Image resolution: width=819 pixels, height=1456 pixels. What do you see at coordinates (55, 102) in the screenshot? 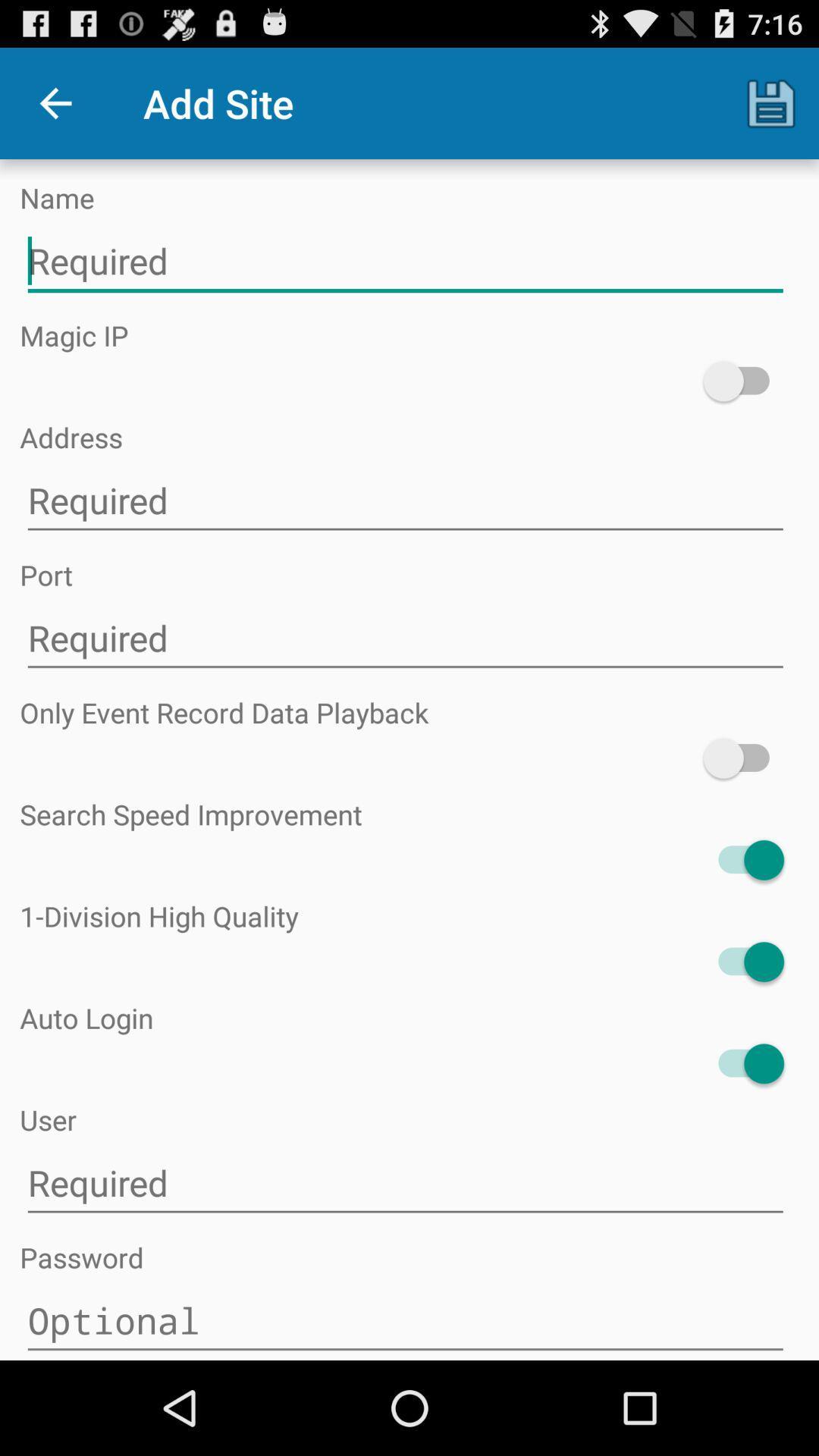
I see `item above the name icon` at bounding box center [55, 102].